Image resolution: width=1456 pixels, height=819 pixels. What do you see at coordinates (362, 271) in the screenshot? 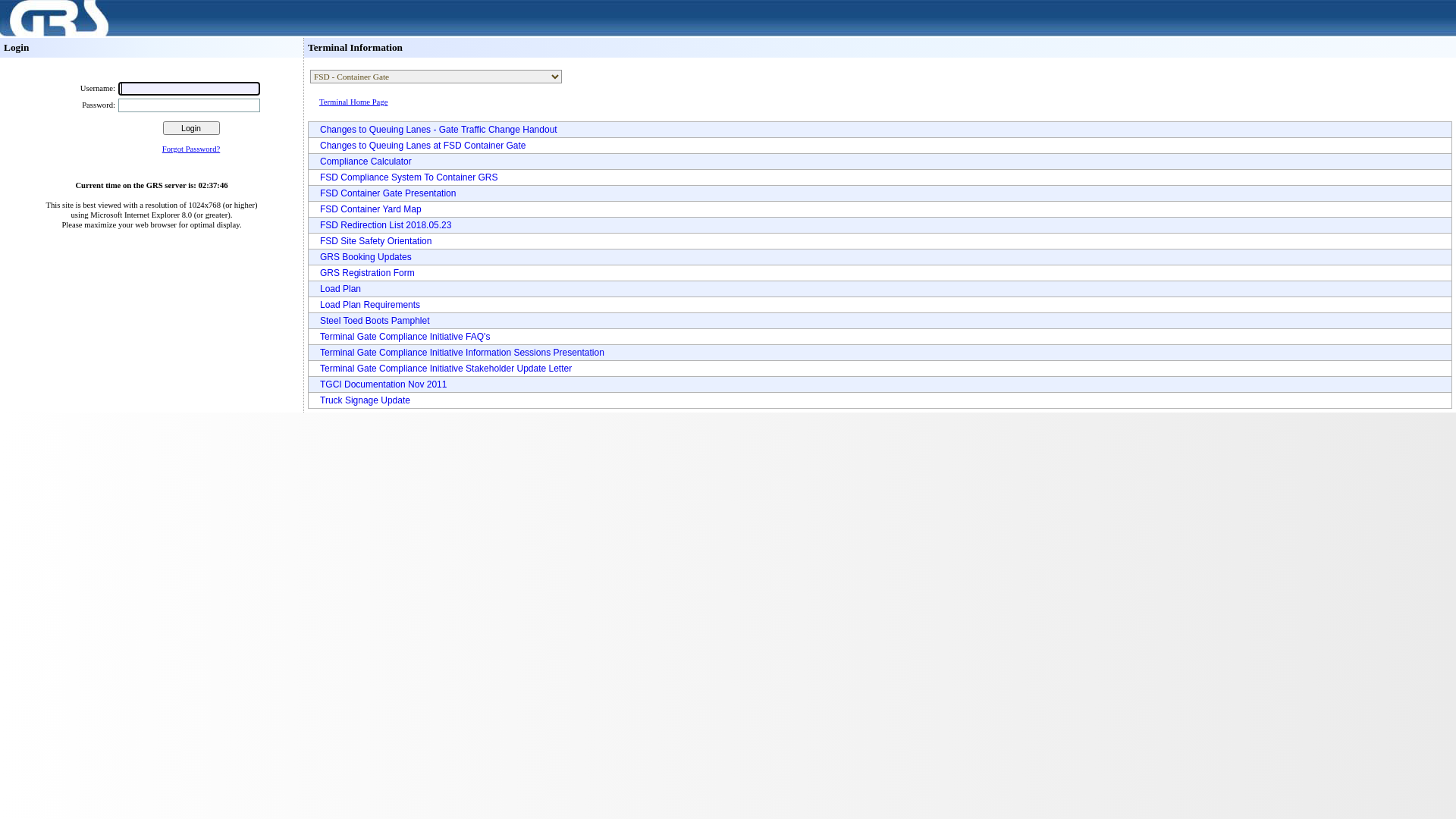
I see `'GRS Registration Form'` at bounding box center [362, 271].